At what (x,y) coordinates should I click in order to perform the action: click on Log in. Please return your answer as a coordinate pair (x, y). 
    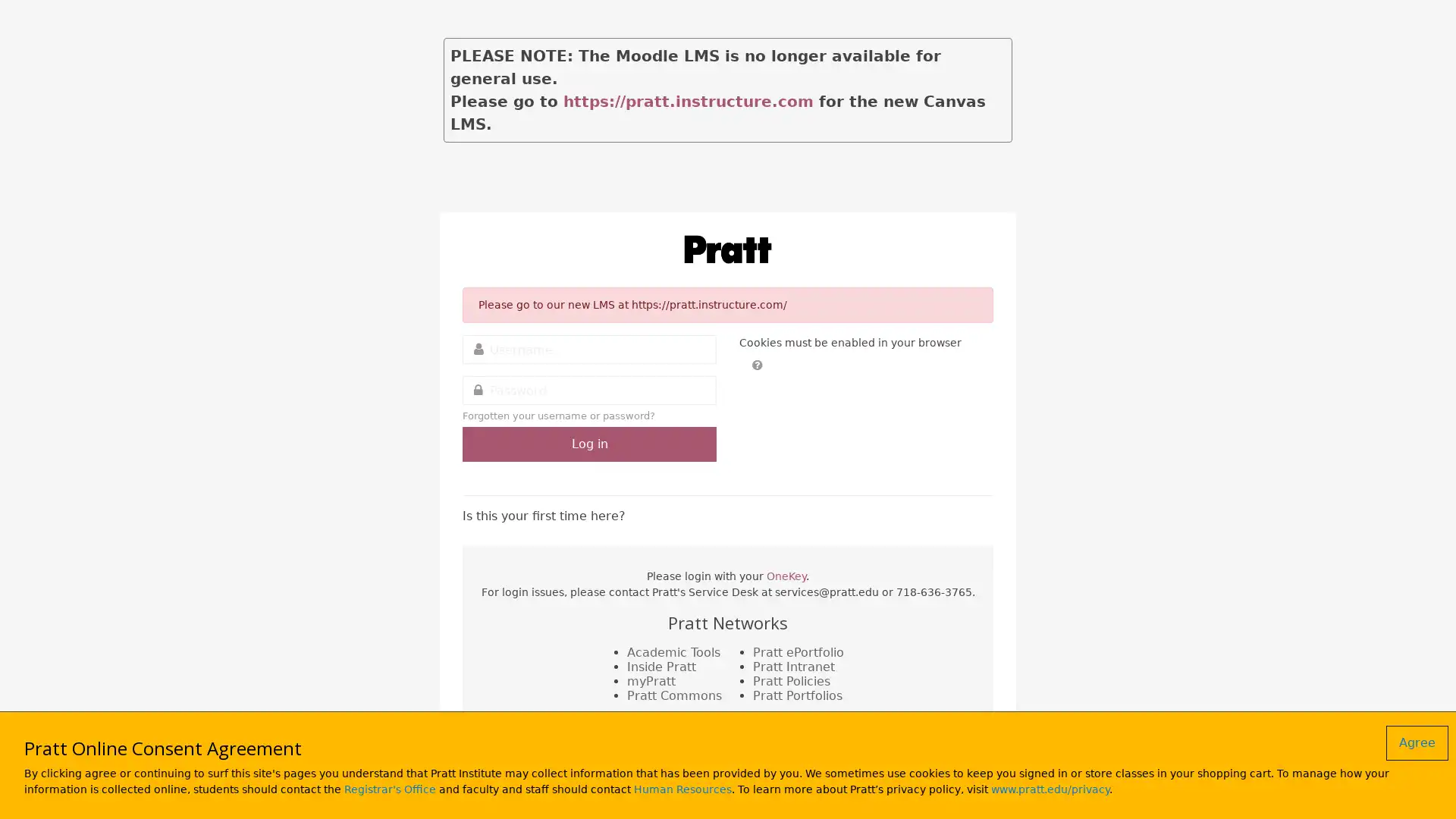
    Looking at the image, I should click on (588, 444).